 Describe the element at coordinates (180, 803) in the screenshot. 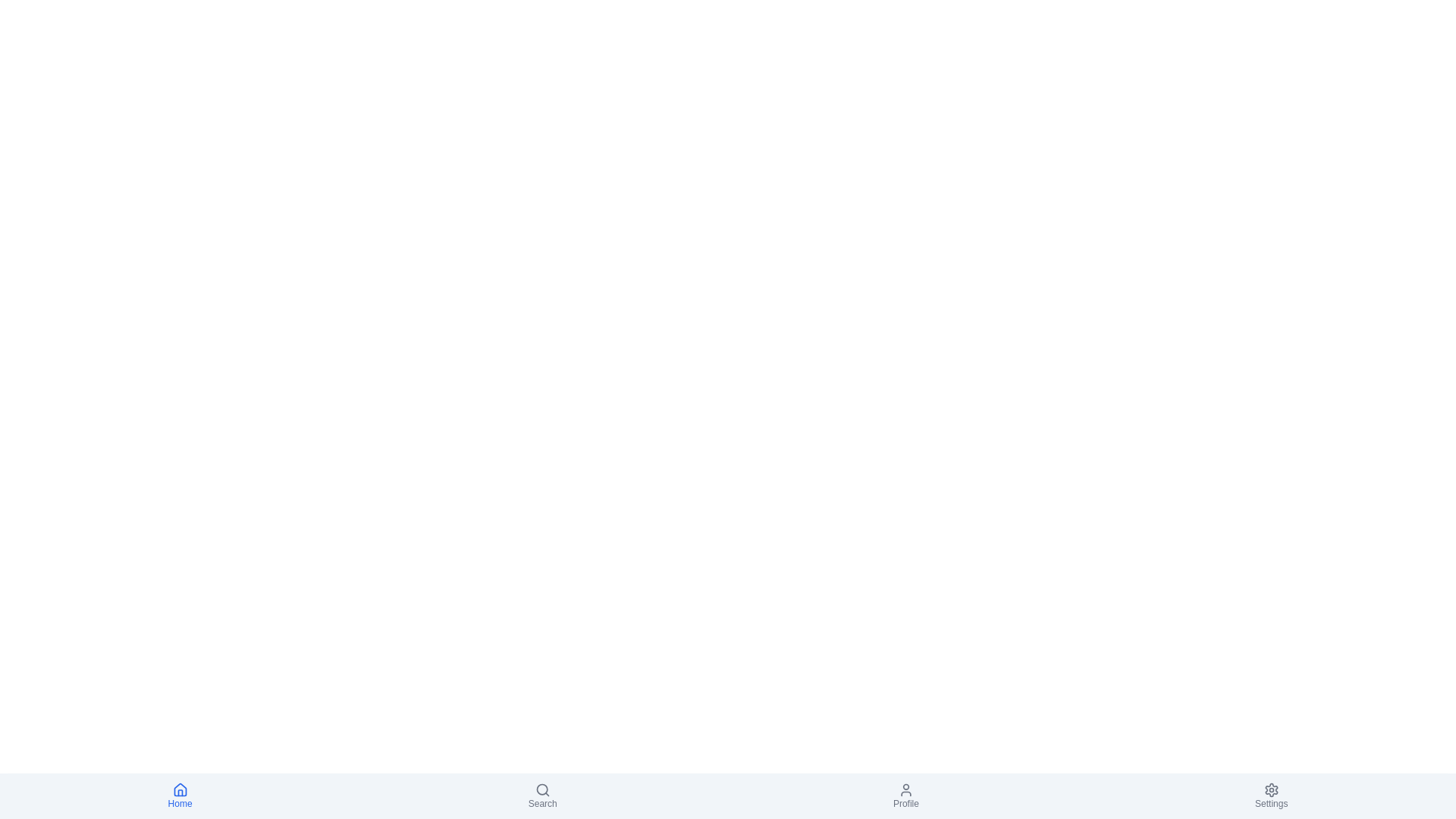

I see `the 'Home' text label located at the bottom of the button-like group in the bottom navigation bar, which provides identification for the related navigational item` at that location.